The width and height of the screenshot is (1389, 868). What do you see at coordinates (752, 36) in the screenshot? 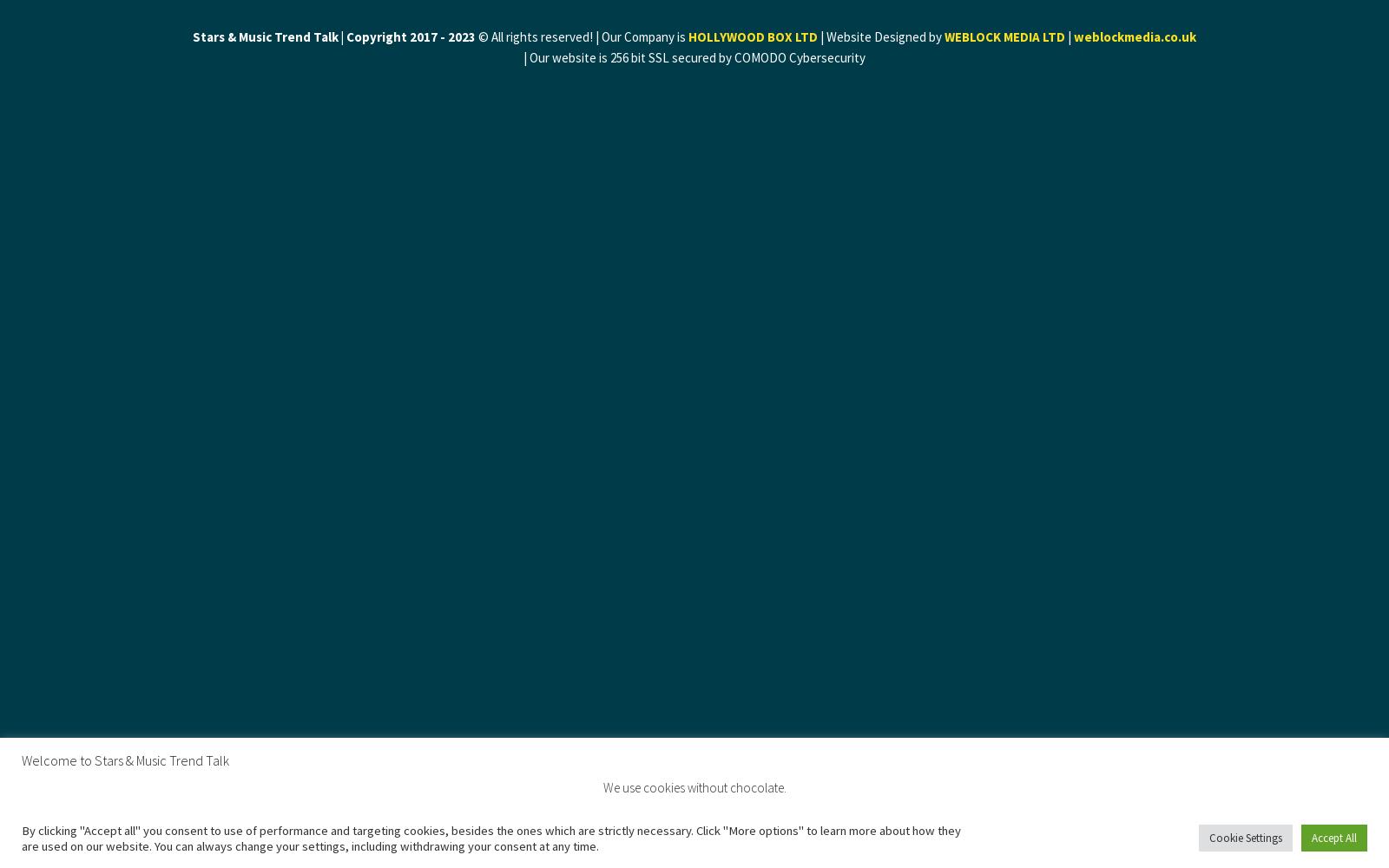
I see `'HOLLYWOOD BOX LTD'` at bounding box center [752, 36].